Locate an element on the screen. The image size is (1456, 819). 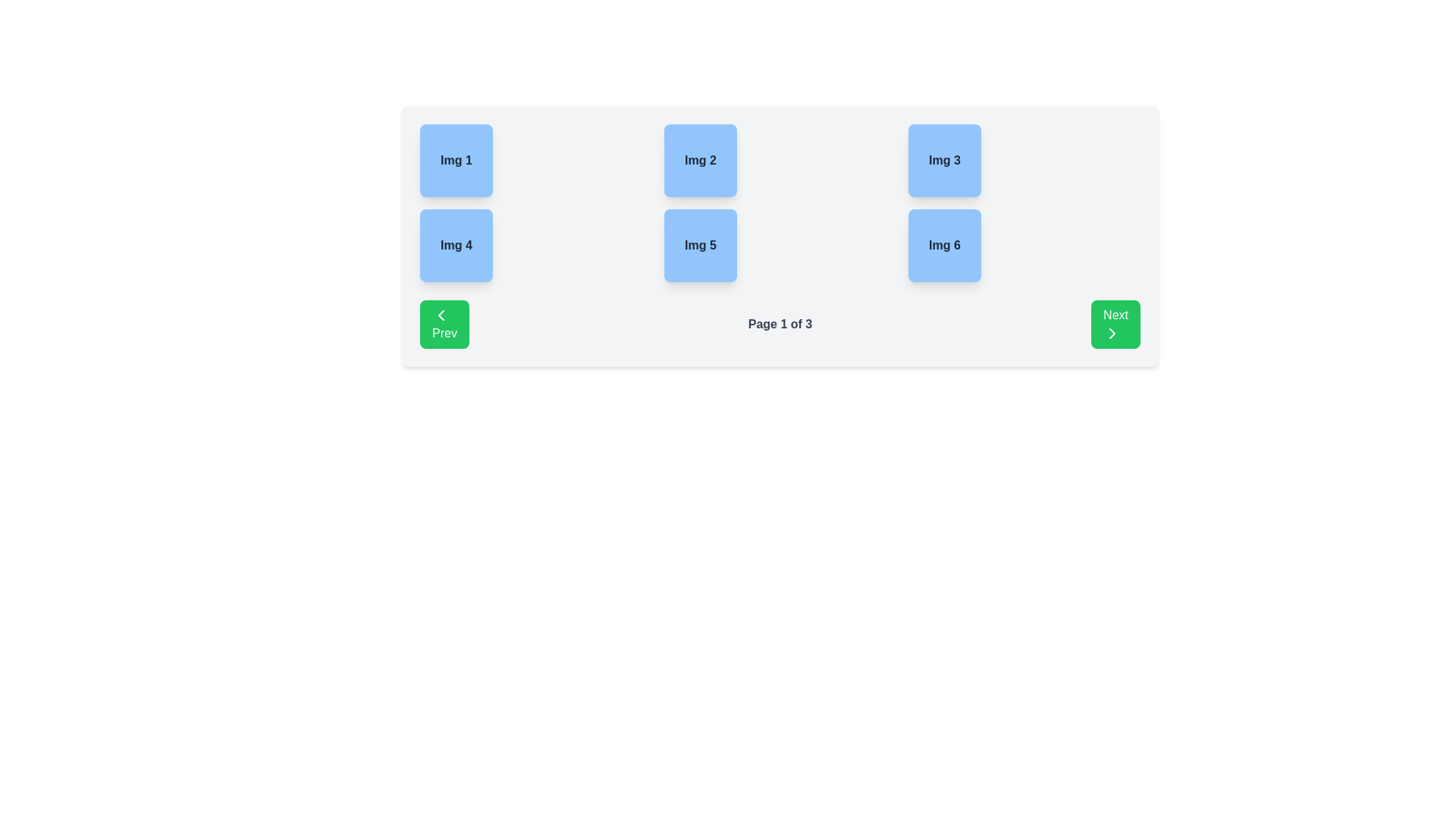
the Static labeled box with rounded edges, light blue background, and bold dark gray text 'Img 6' located in the bottom-right corner of the grid layout is located at coordinates (944, 245).